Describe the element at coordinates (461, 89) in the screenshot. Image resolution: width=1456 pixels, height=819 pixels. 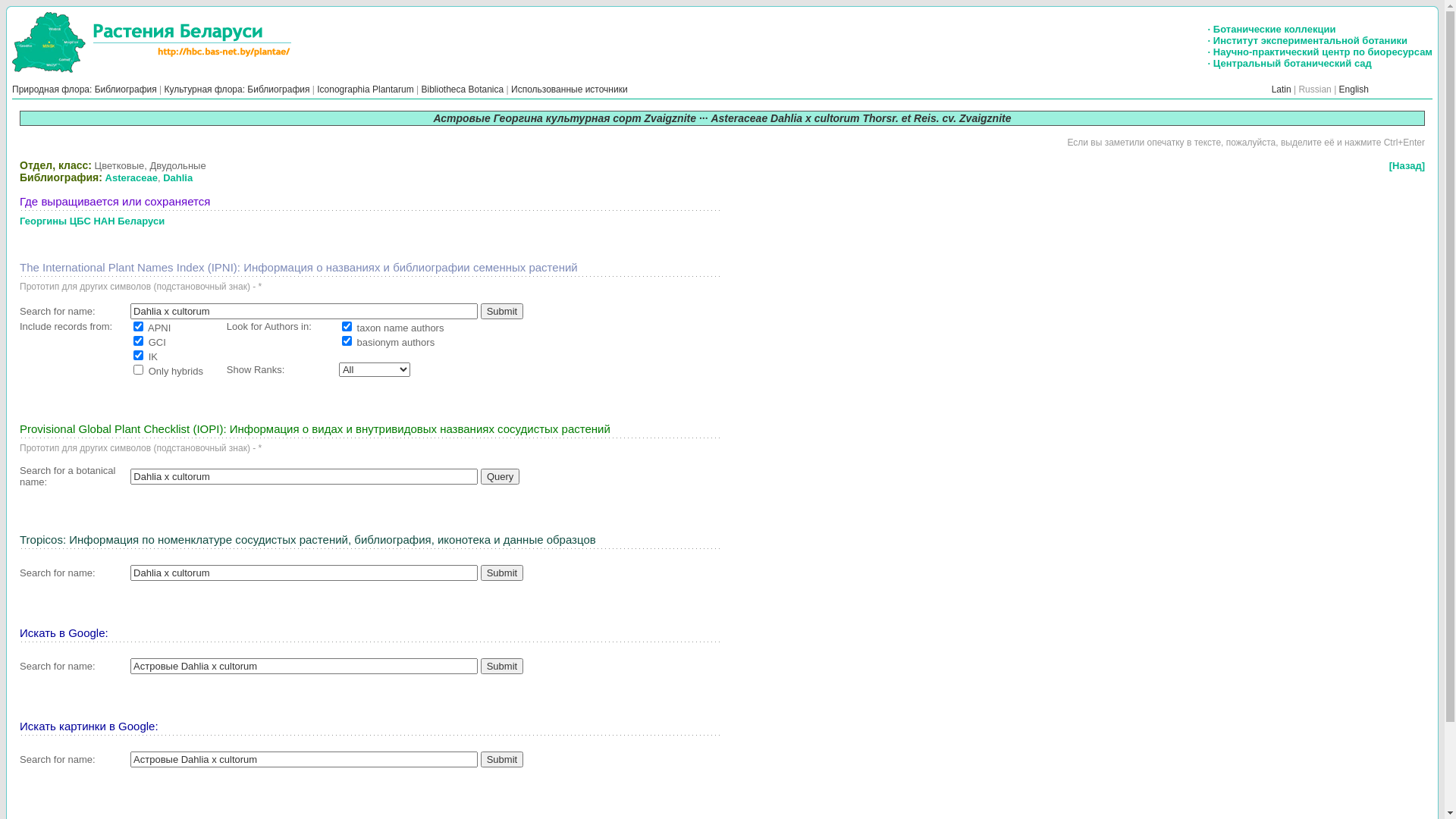
I see `'Bibliotheca Botanica'` at that location.